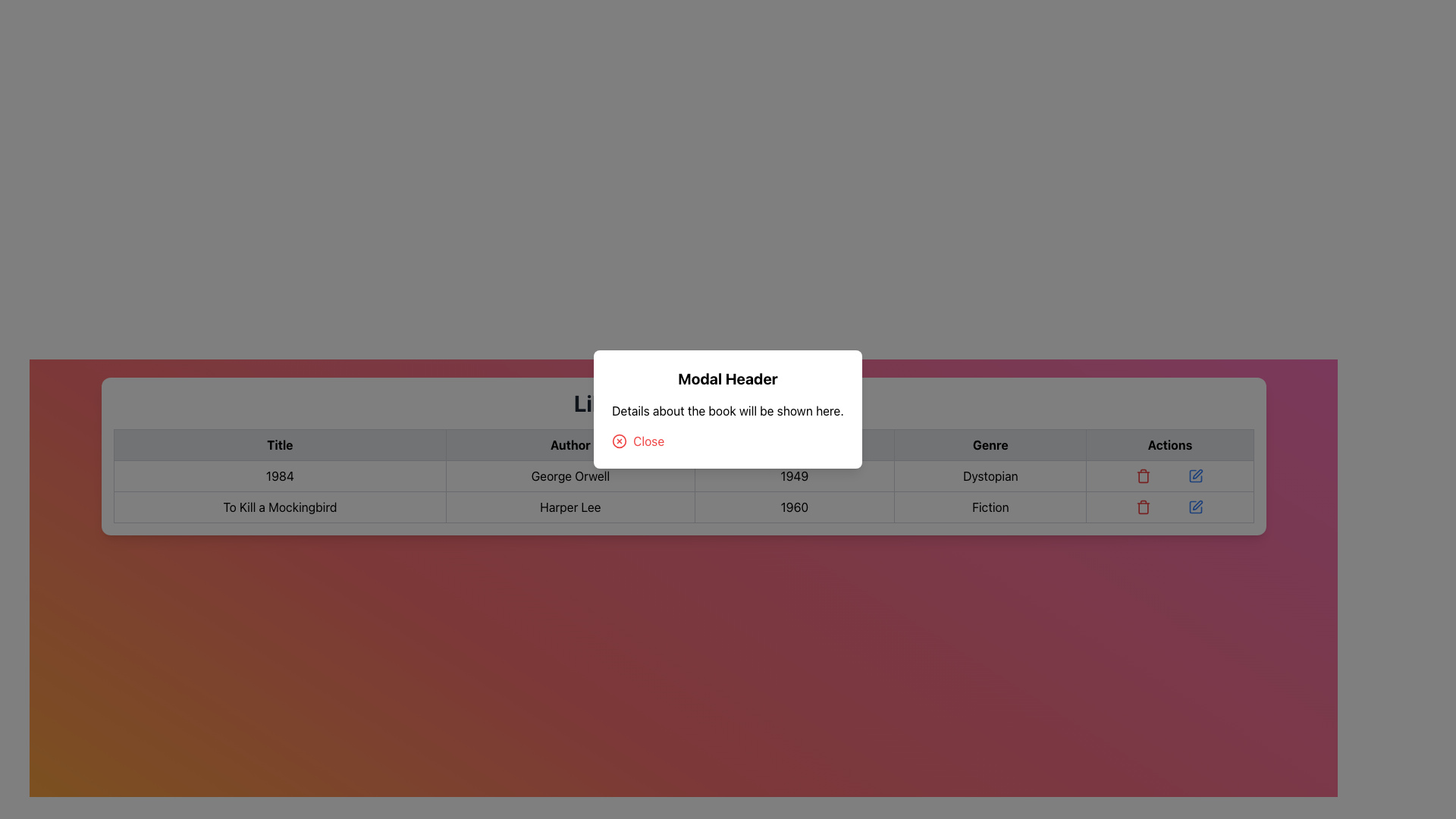  Describe the element at coordinates (1169, 507) in the screenshot. I see `the horizontal separator element in the 'Actions' column of the 'Fiction' row, which serves as a visual marker to distinguish neighboring action buttons` at that location.